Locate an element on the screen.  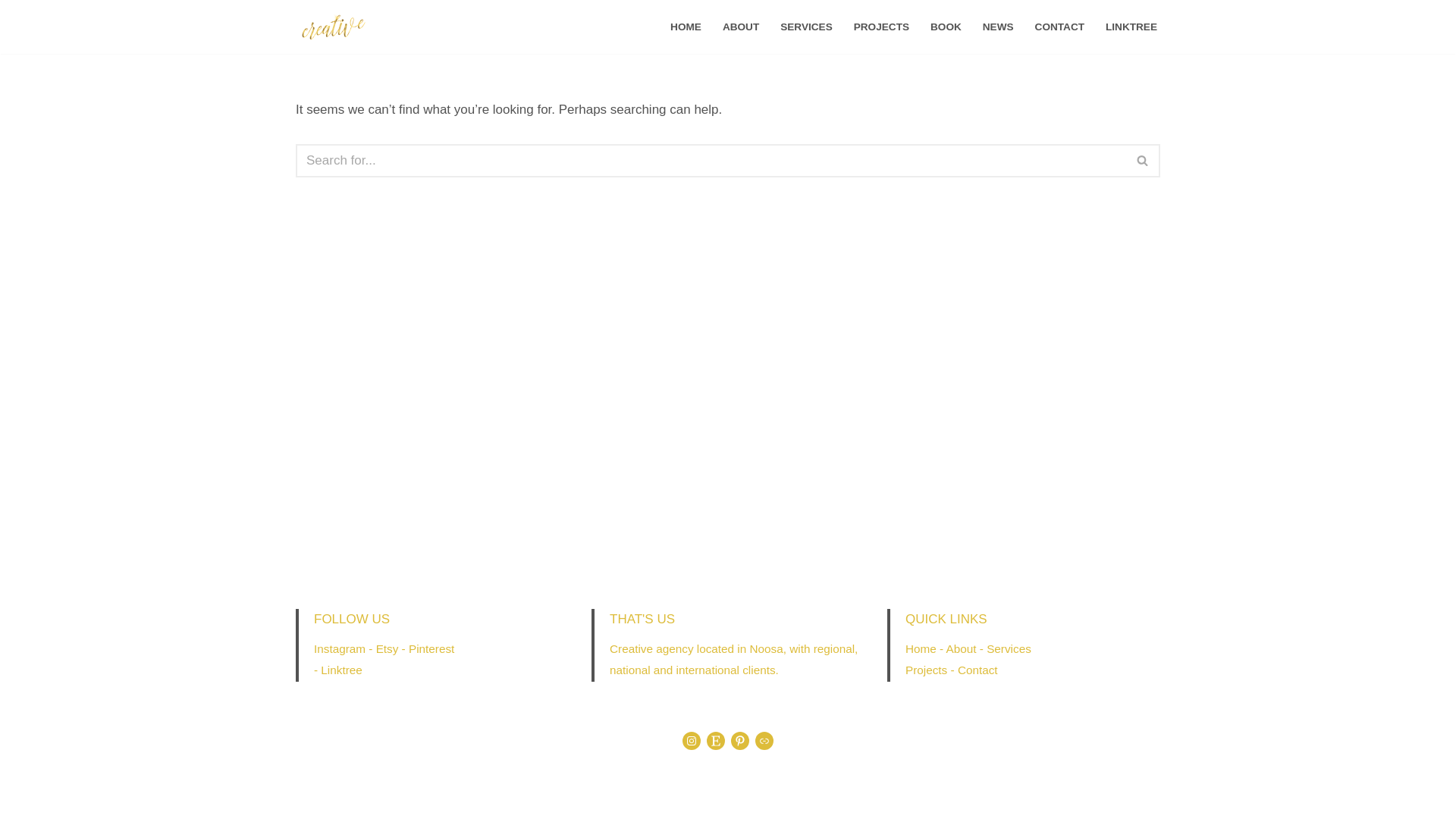
'Neve' is located at coordinates (309, 797).